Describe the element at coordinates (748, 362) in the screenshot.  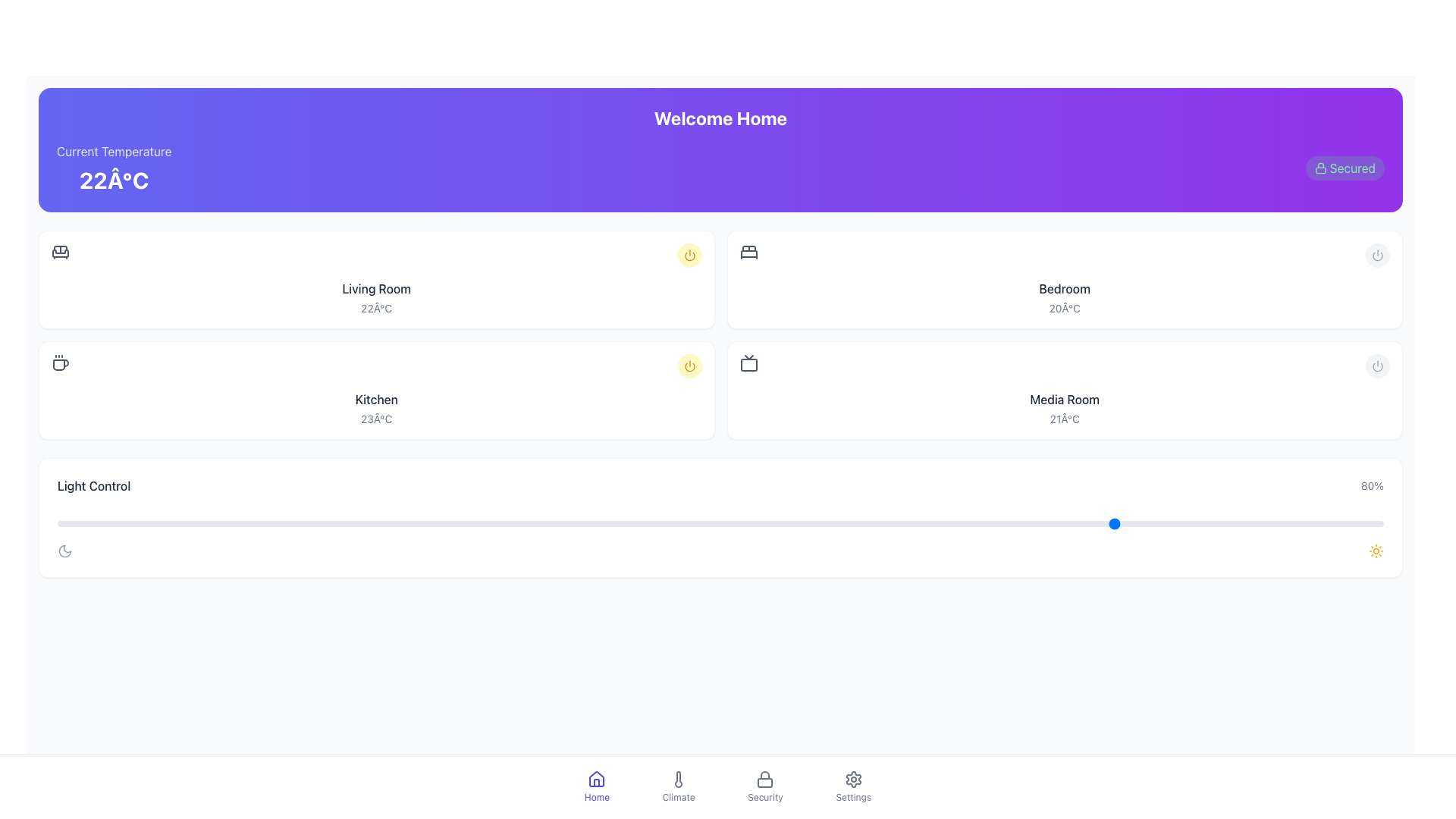
I see `the television icon located in the 'Media Room' section, which is represented by simple geometric shapes and styled in gray, positioned above the text '21°C.'` at that location.